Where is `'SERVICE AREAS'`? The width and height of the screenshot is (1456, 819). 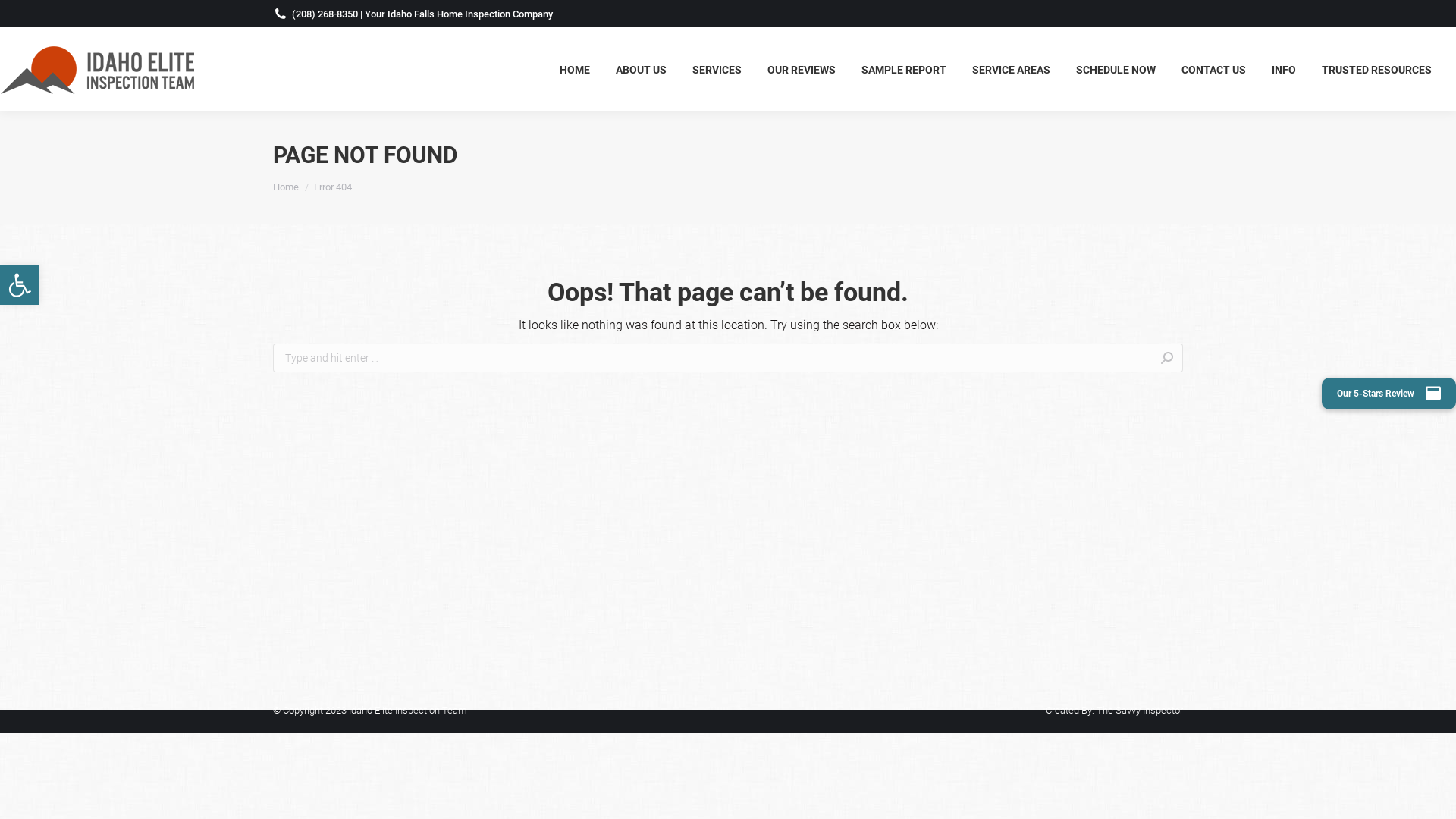 'SERVICE AREAS' is located at coordinates (1011, 69).